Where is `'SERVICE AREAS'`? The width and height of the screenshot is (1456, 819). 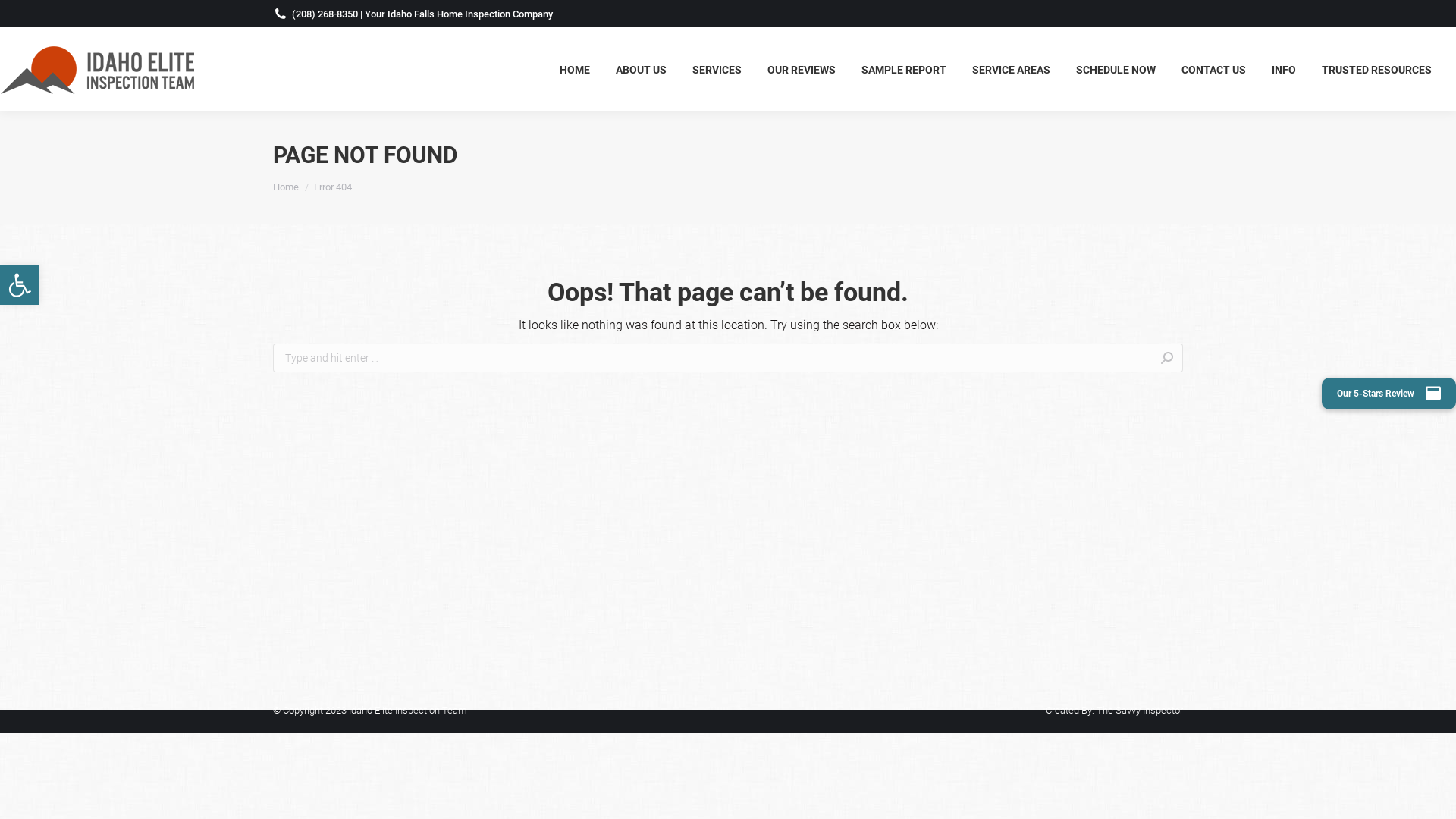 'SERVICE AREAS' is located at coordinates (1011, 69).